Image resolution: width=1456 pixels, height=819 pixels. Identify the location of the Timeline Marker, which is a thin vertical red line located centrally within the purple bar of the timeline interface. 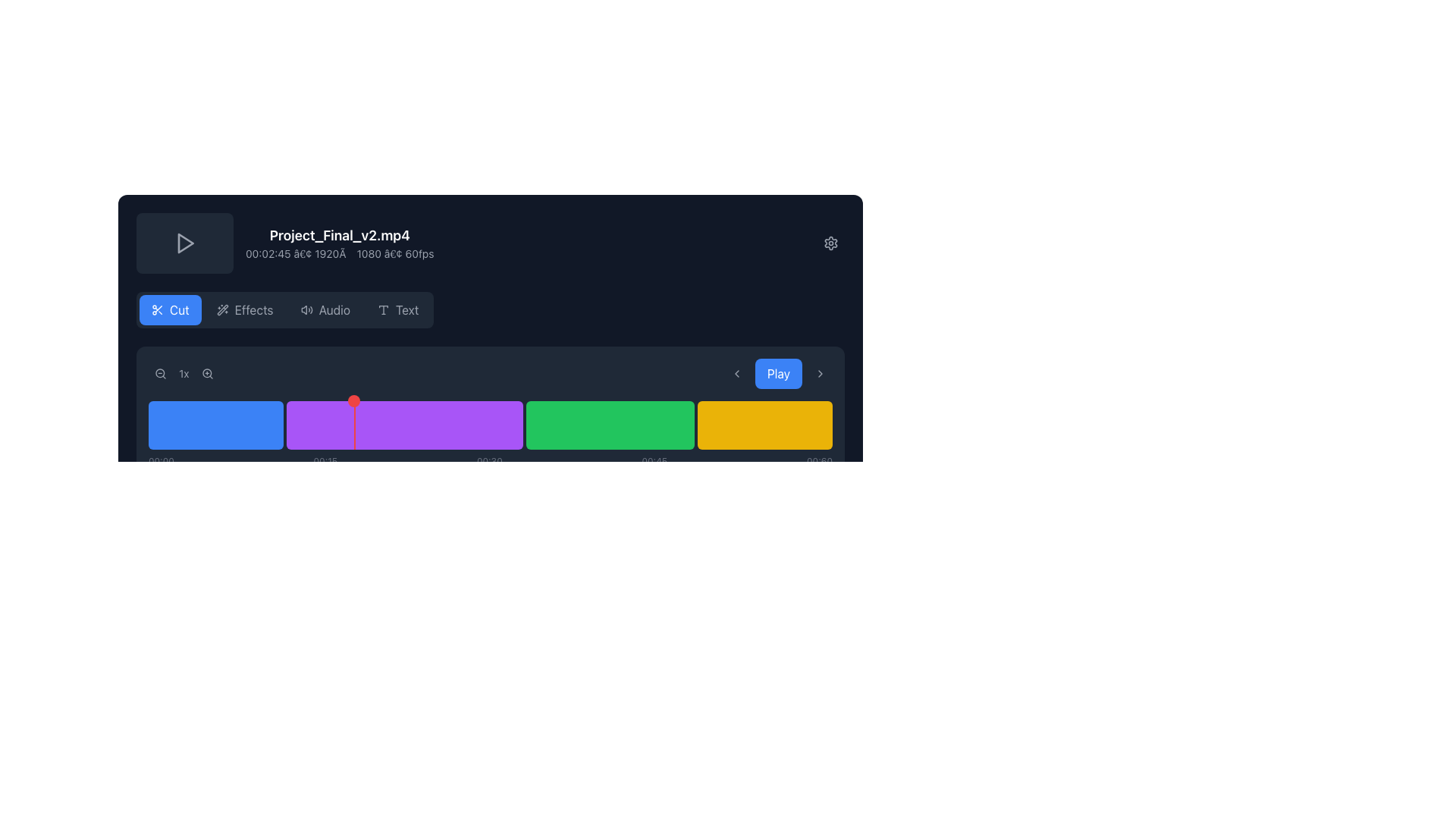
(353, 425).